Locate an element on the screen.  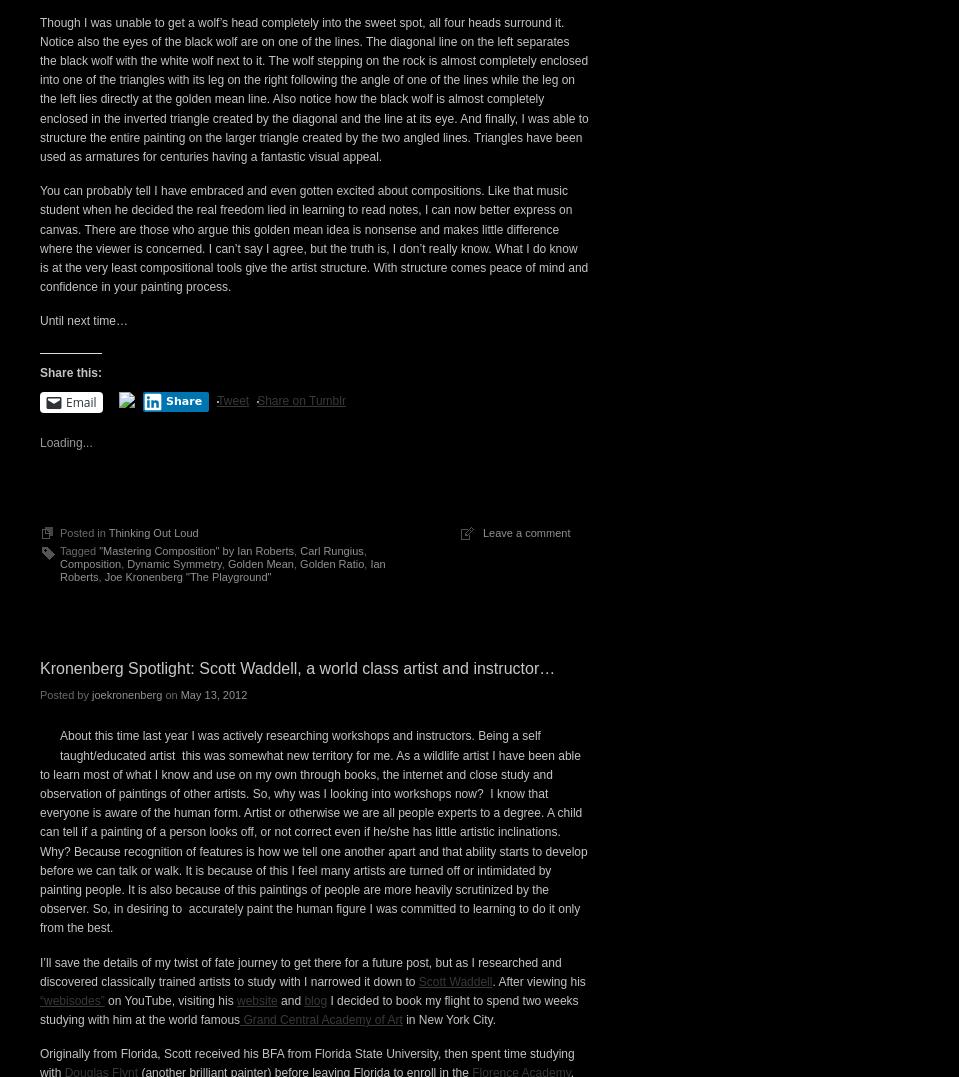
'on' is located at coordinates (169, 1041).